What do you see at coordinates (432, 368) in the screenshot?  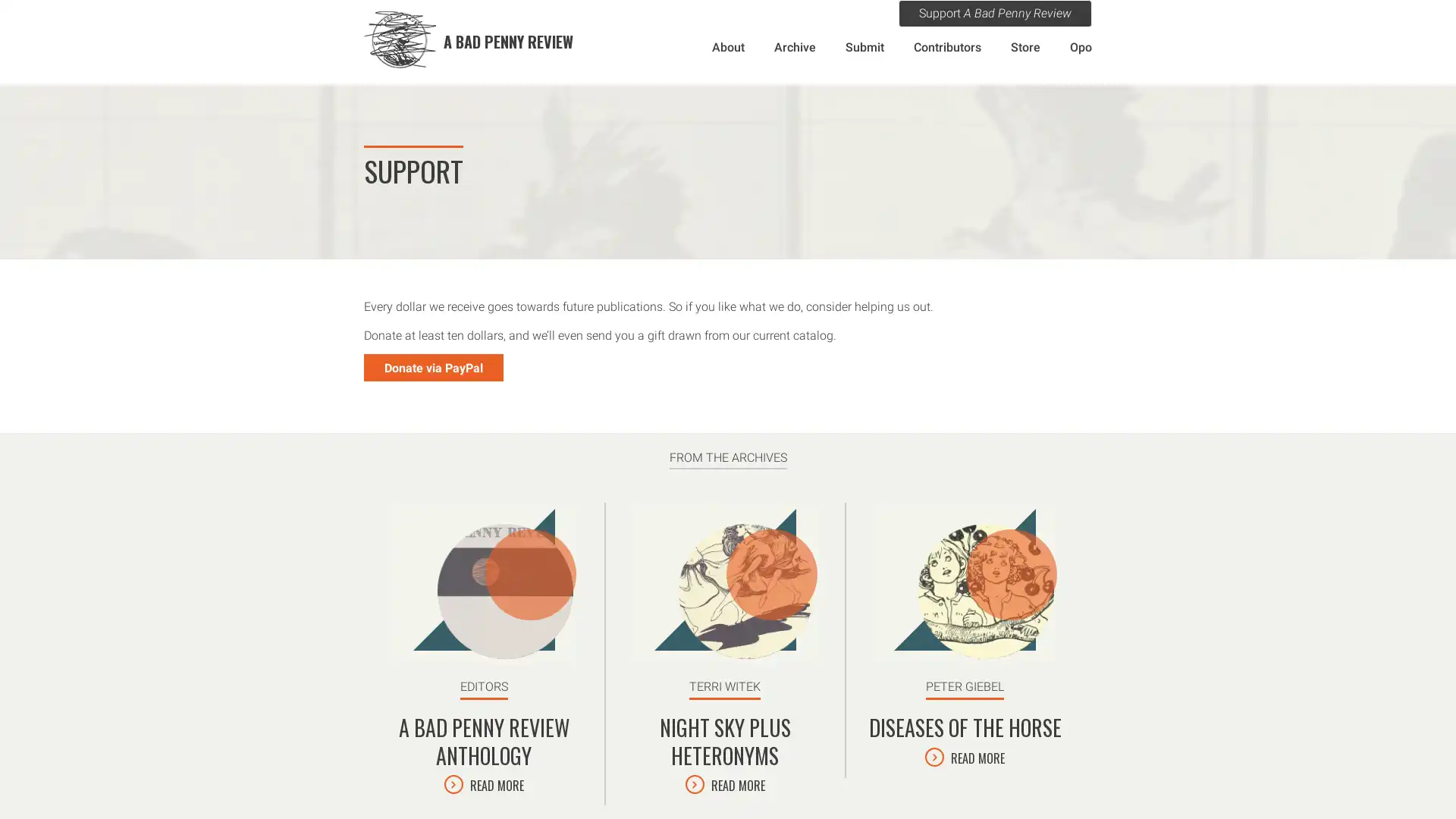 I see `Donate via PayPal` at bounding box center [432, 368].